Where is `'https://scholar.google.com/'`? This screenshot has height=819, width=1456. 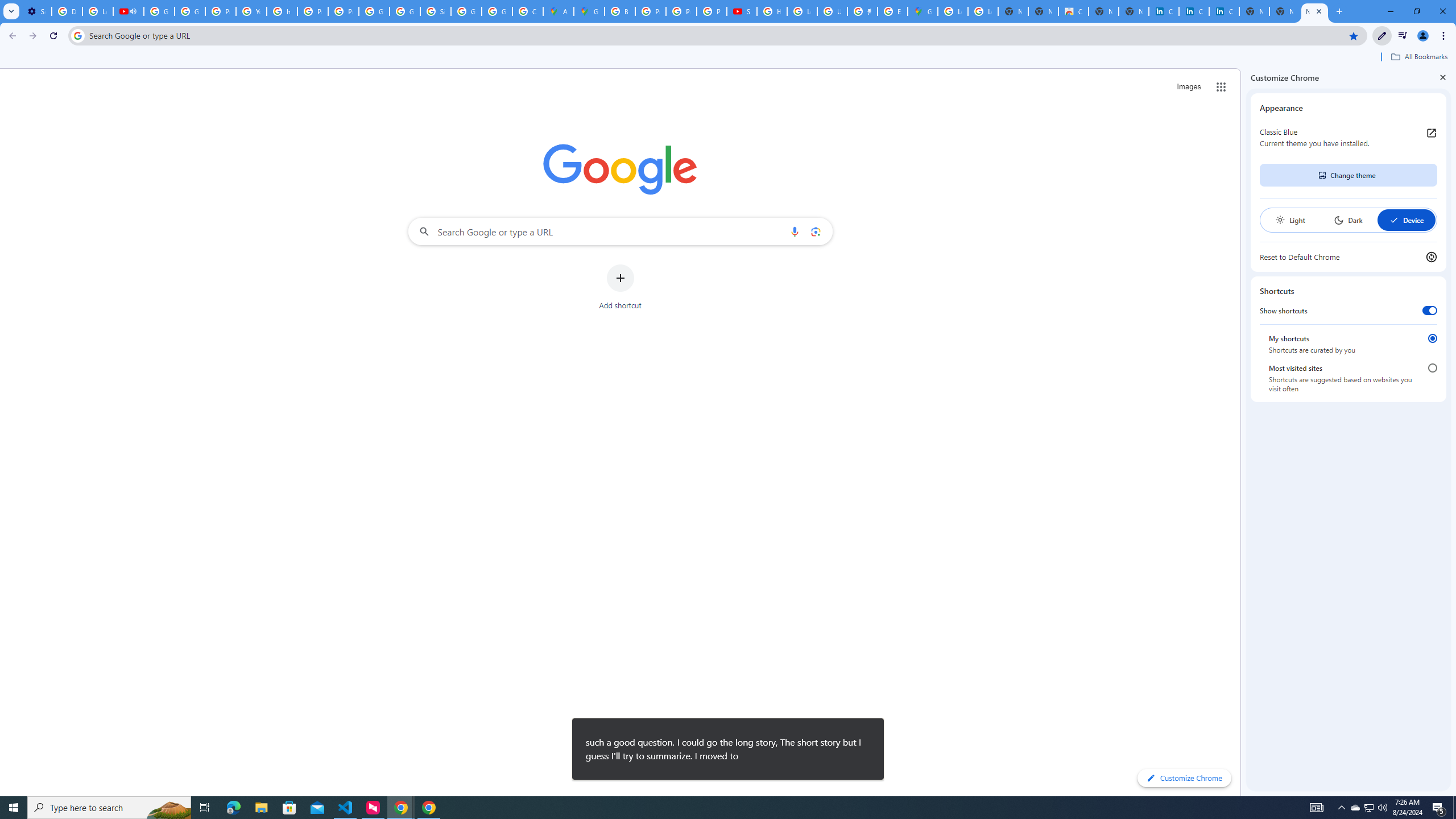
'https://scholar.google.com/' is located at coordinates (282, 11).